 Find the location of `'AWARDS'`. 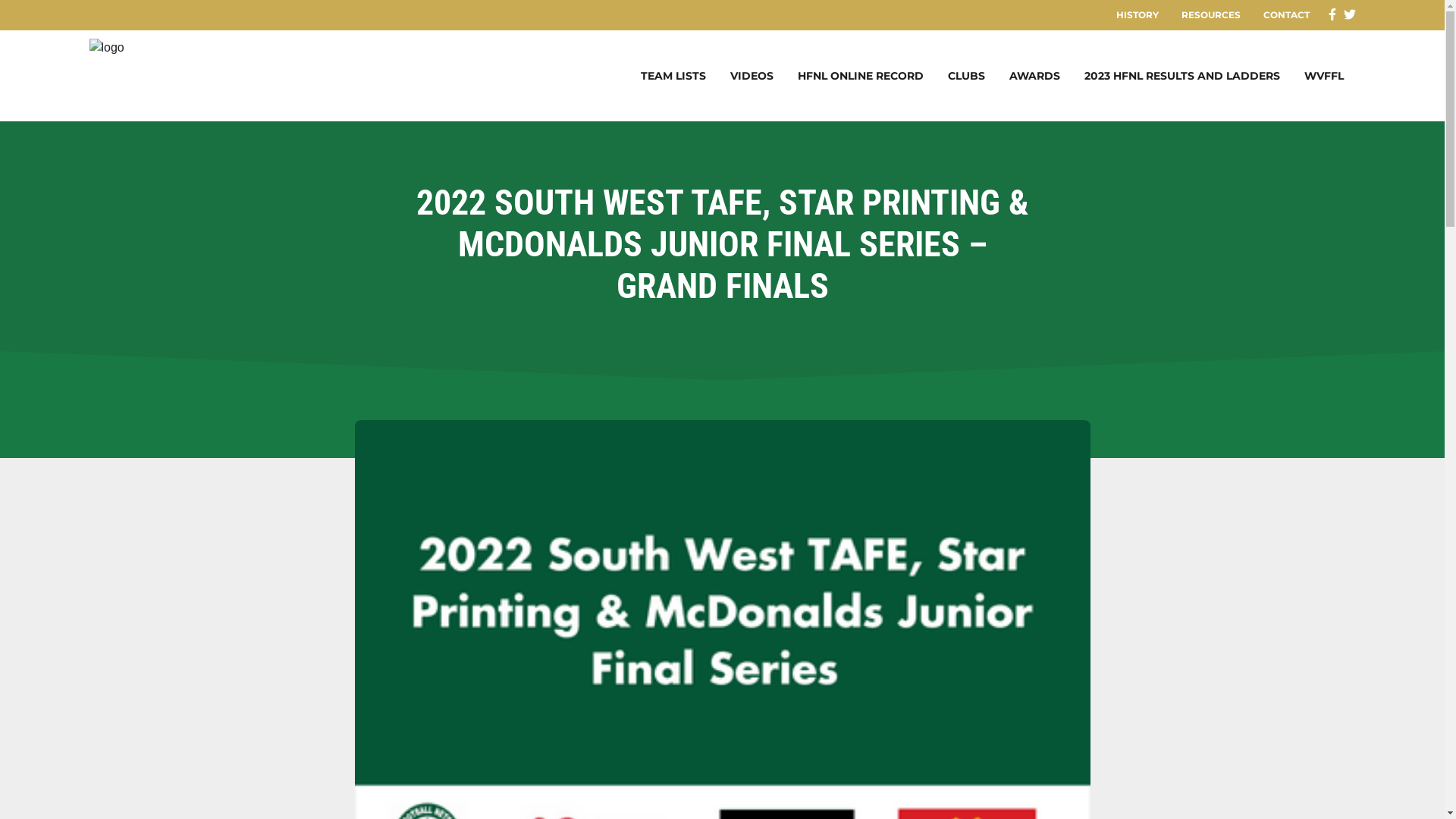

'AWARDS' is located at coordinates (1033, 76).